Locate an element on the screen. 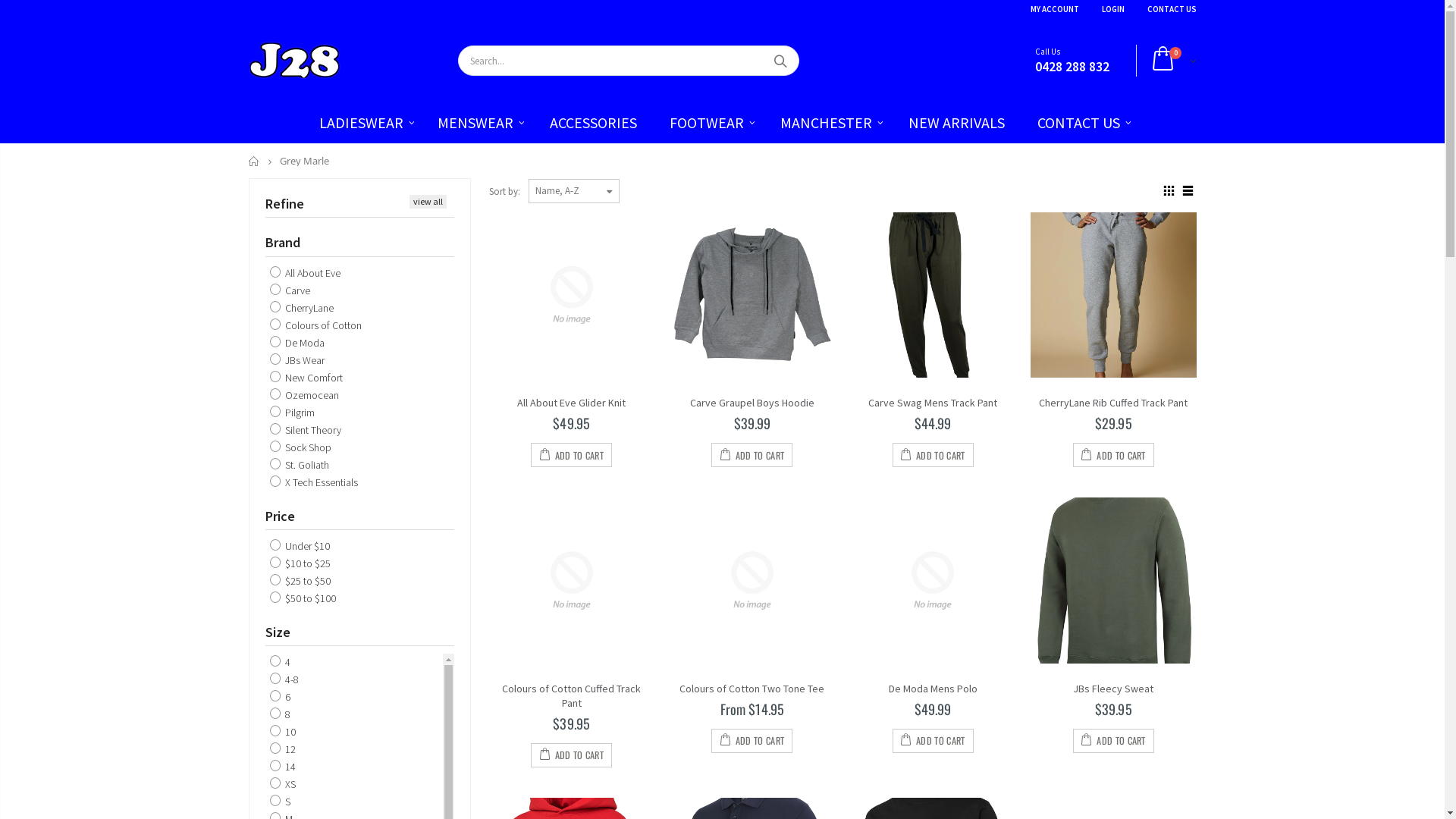 The image size is (1456, 819). 'Under $10' is located at coordinates (300, 546).